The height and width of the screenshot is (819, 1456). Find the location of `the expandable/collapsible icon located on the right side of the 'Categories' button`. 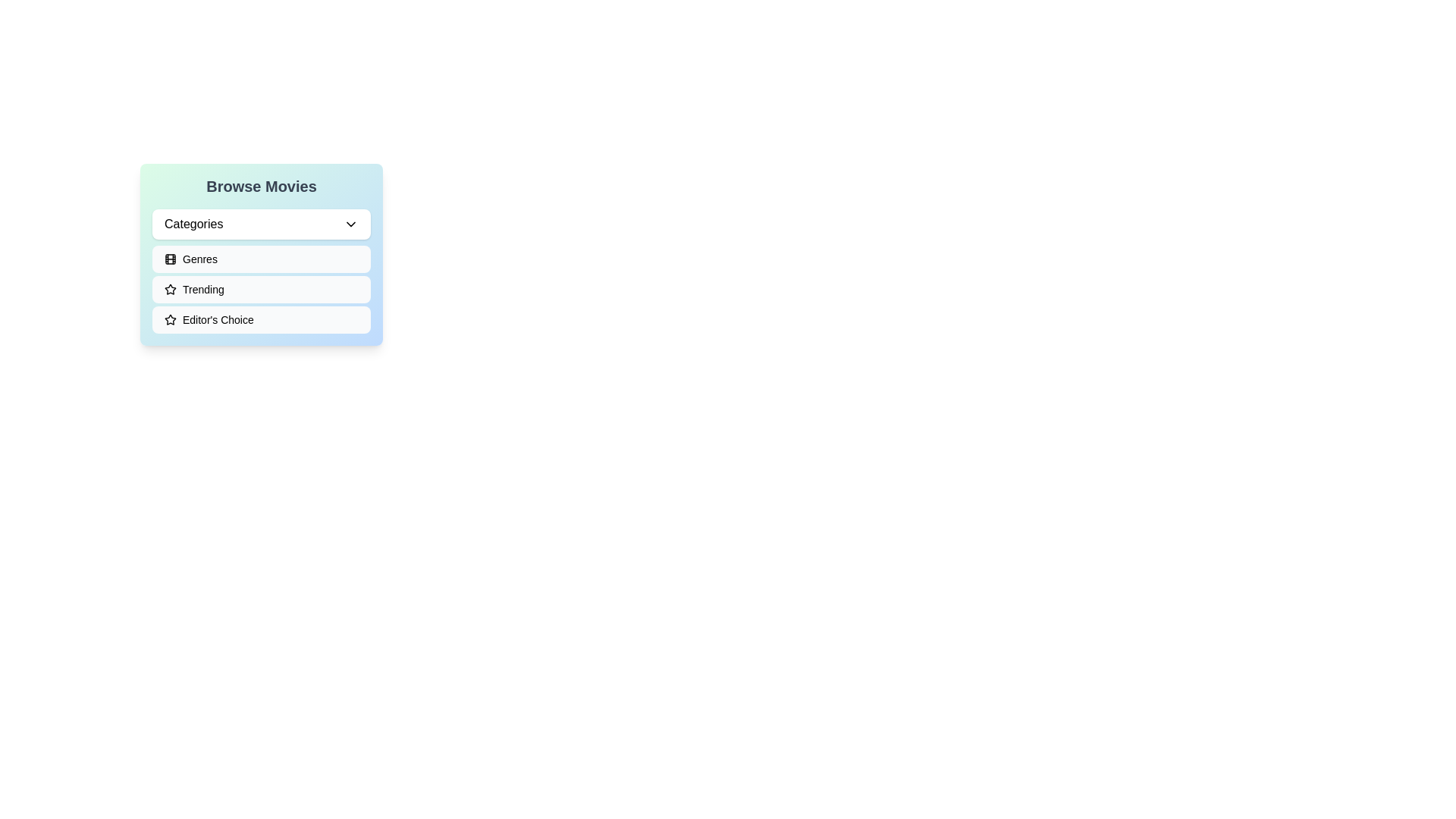

the expandable/collapsible icon located on the right side of the 'Categories' button is located at coordinates (350, 224).